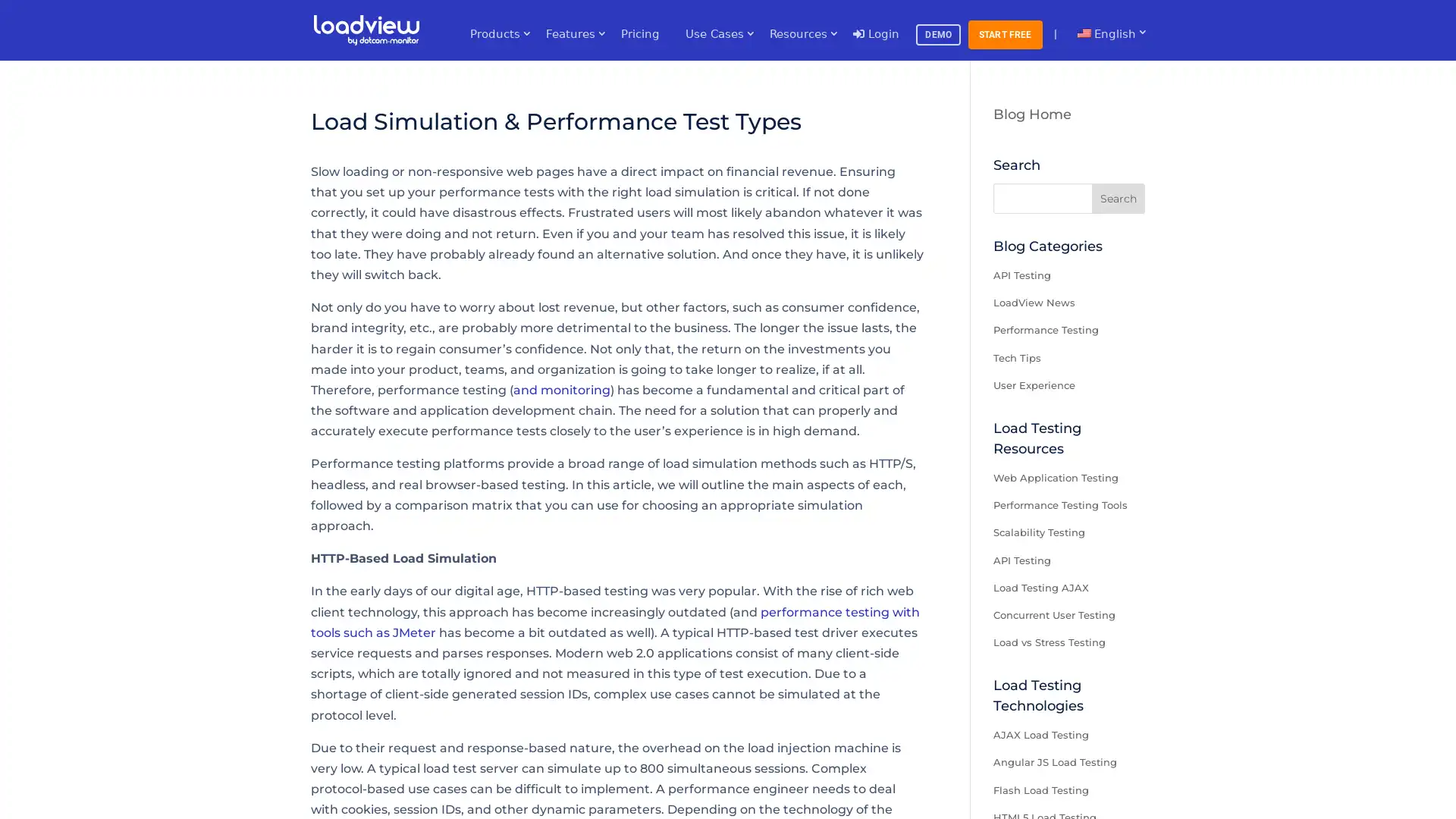 This screenshot has width=1456, height=819. Describe the element at coordinates (1118, 198) in the screenshot. I see `Search` at that location.